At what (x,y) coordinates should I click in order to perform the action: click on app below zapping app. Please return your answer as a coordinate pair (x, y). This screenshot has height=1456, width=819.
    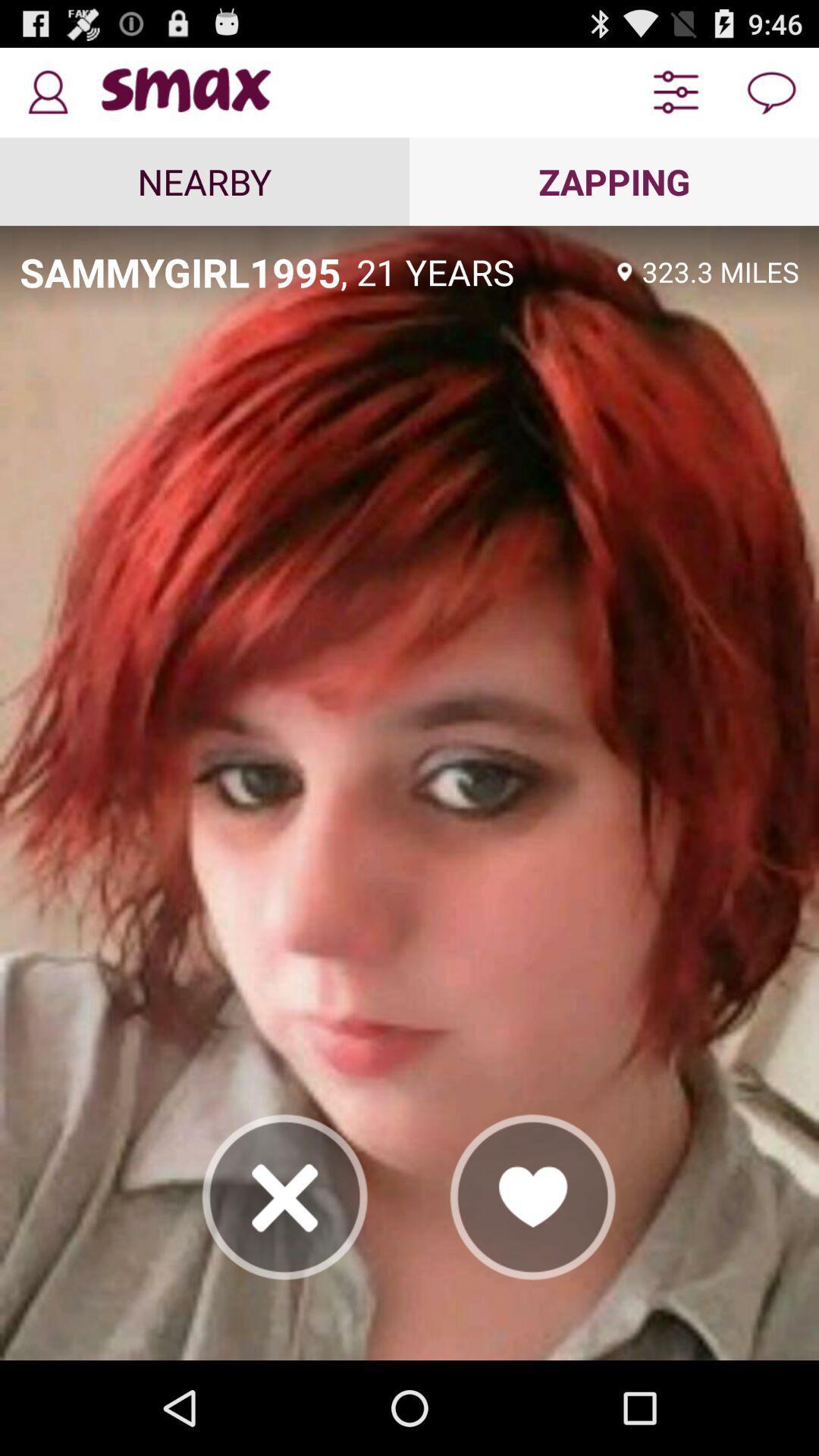
    Looking at the image, I should click on (720, 271).